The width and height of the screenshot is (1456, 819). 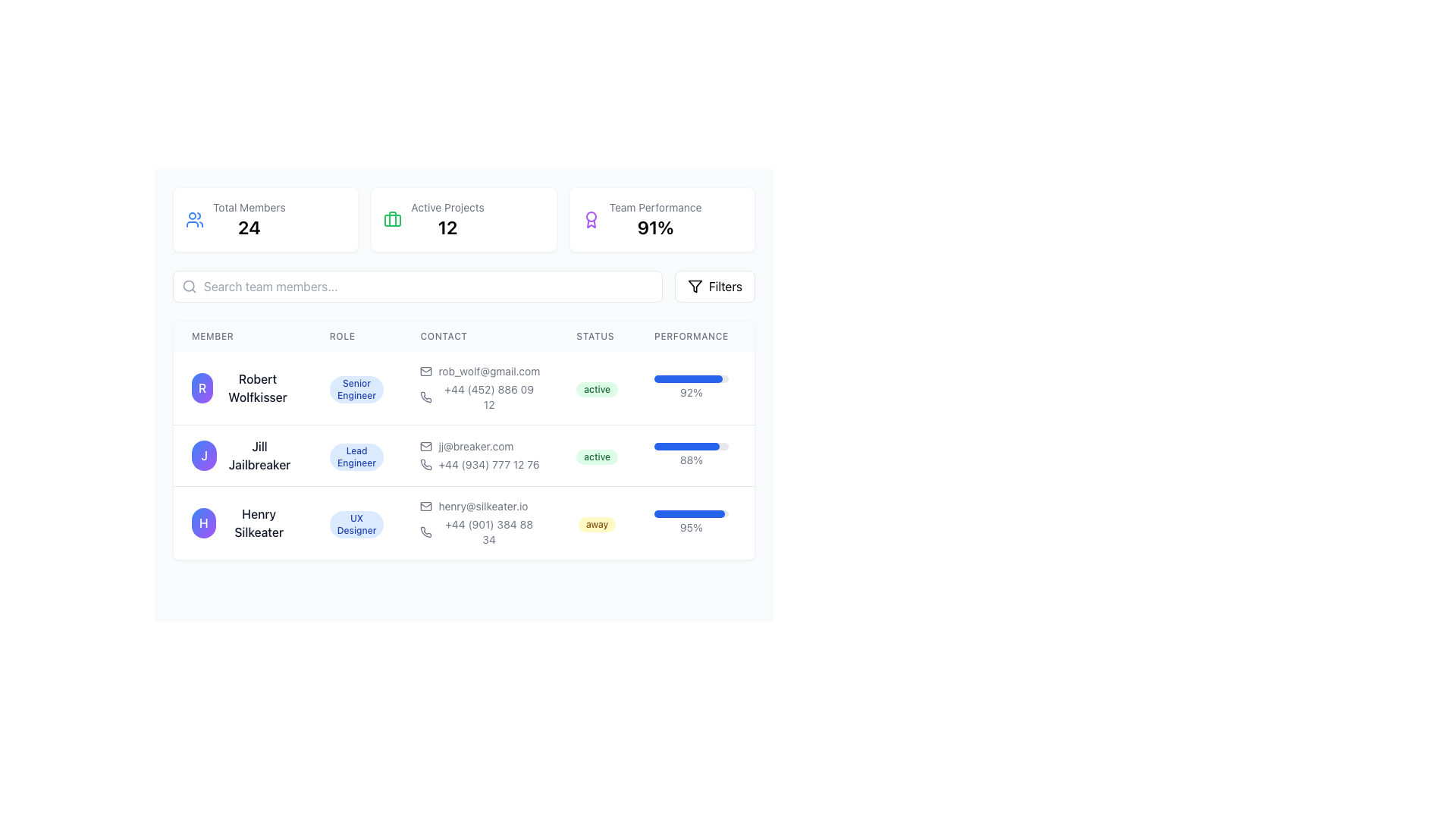 I want to click on the Text Display element that shows '91%' under the label 'Team Performance' in the top-right portion of the interface, so click(x=655, y=227).